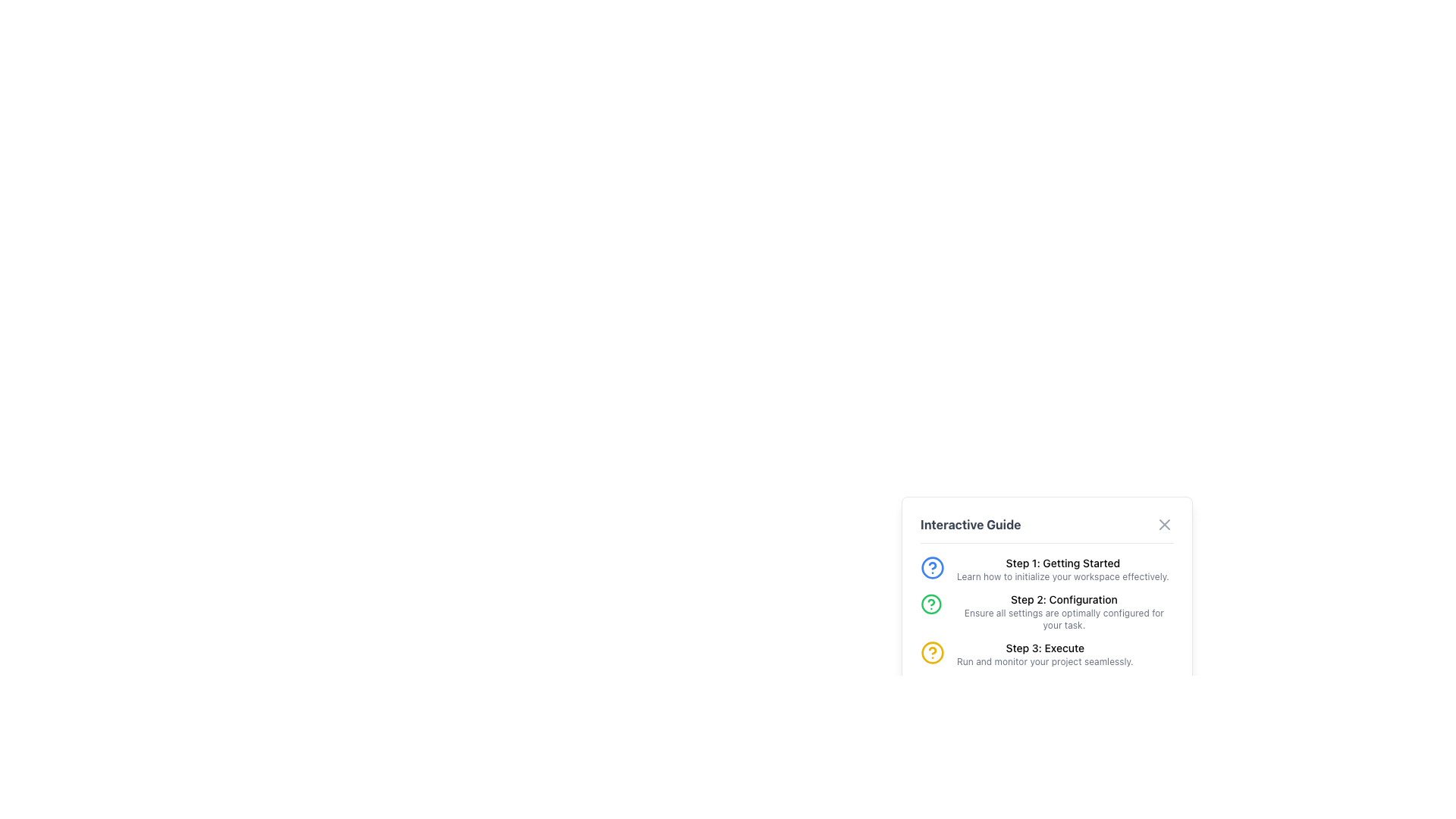 This screenshot has height=819, width=1456. What do you see at coordinates (1164, 523) in the screenshot?
I see `the Close icon within the SVG image component` at bounding box center [1164, 523].